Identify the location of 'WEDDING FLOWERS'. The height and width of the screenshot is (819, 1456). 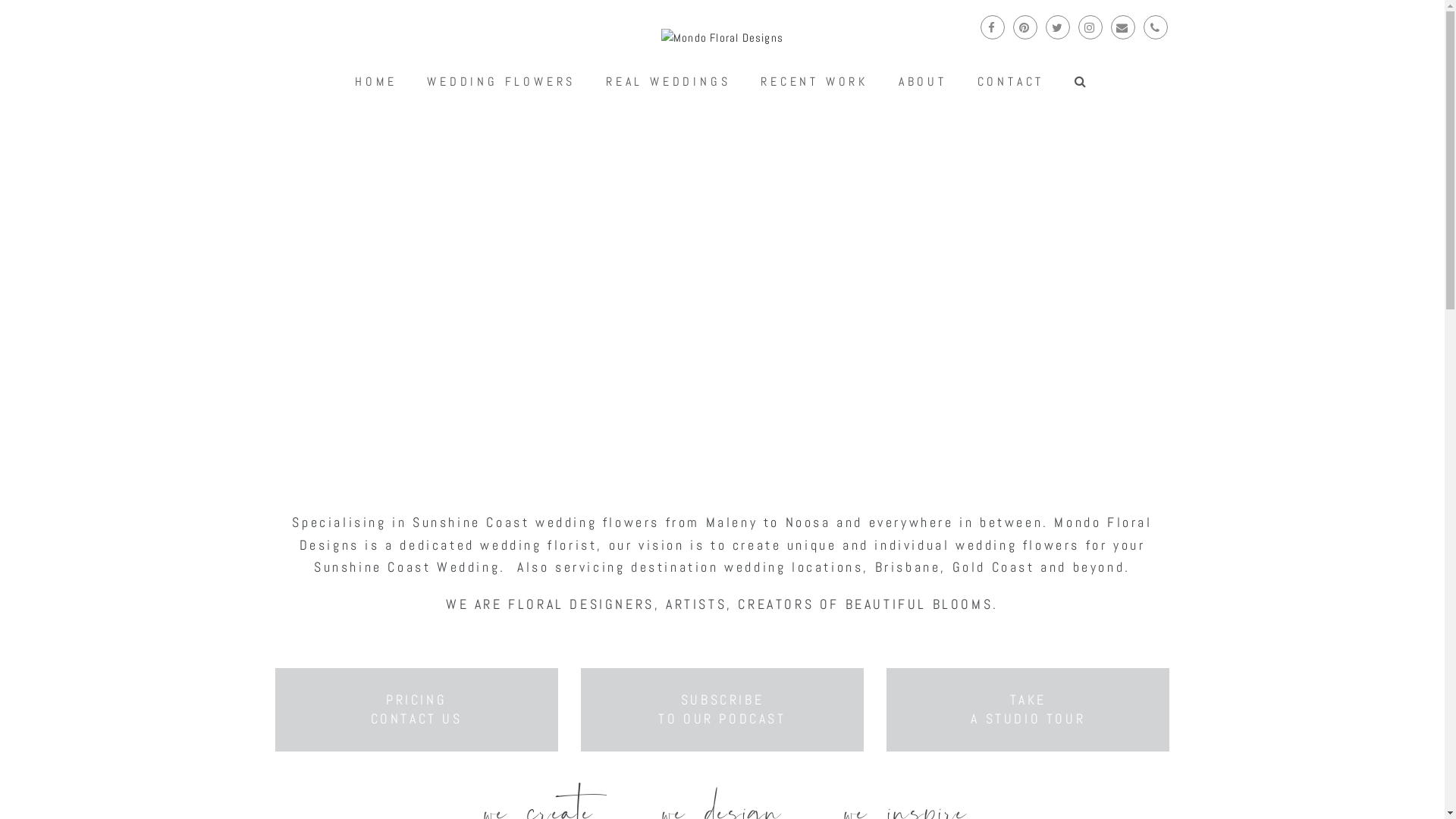
(501, 82).